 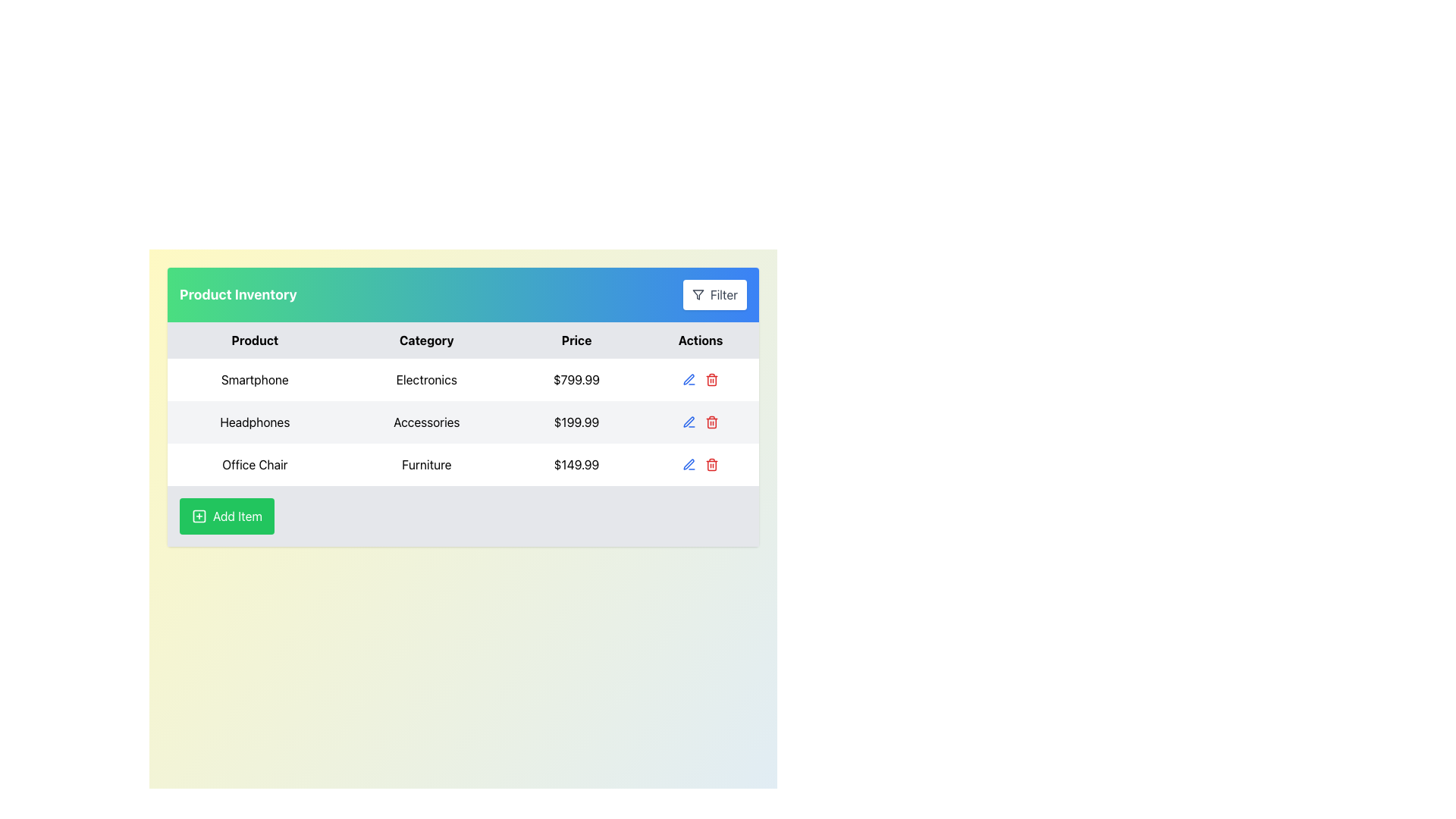 What do you see at coordinates (688, 463) in the screenshot?
I see `the edit icon in the 'Actions' column of the last row of the table` at bounding box center [688, 463].